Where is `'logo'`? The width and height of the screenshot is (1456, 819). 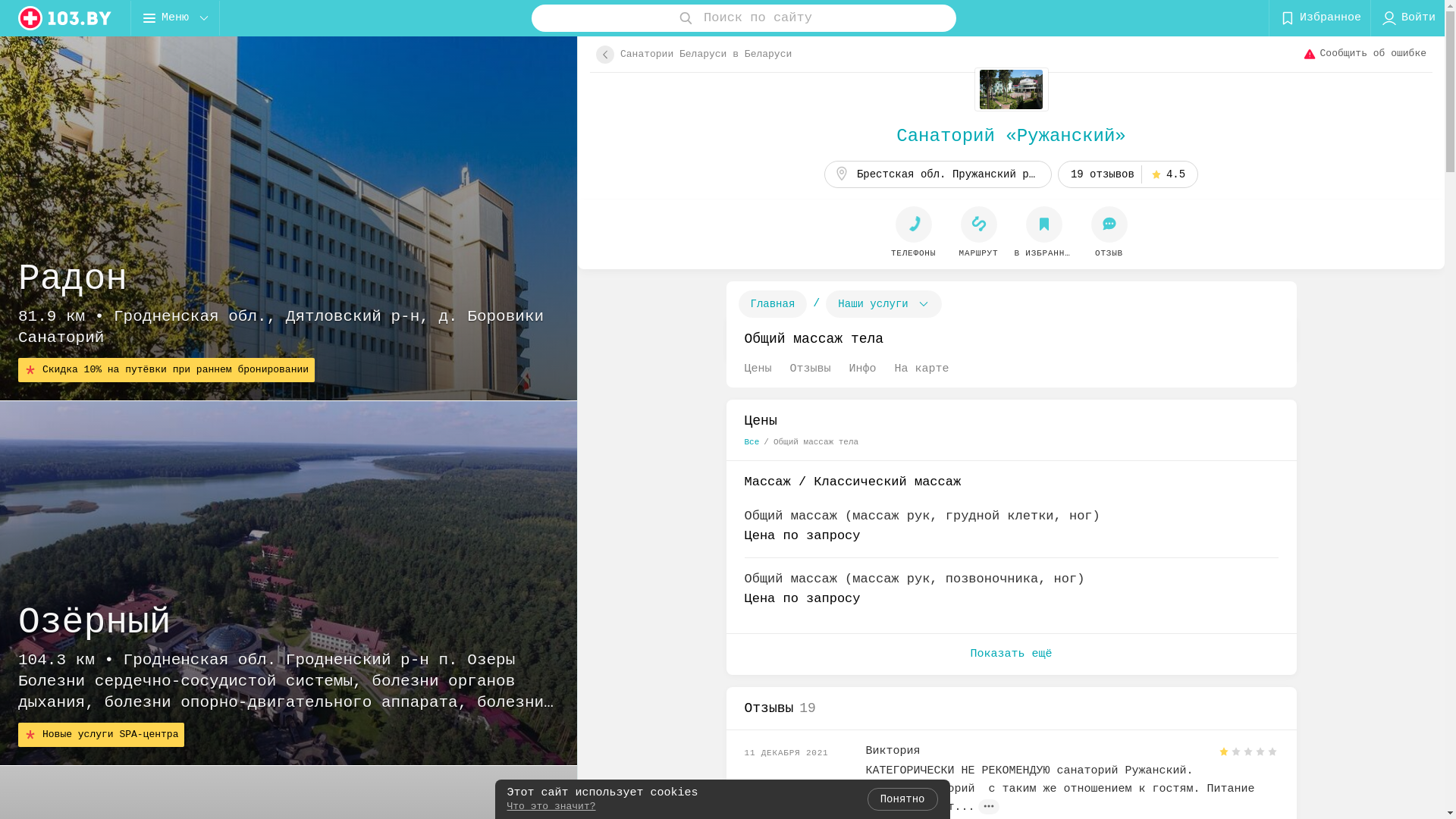
'logo' is located at coordinates (64, 17).